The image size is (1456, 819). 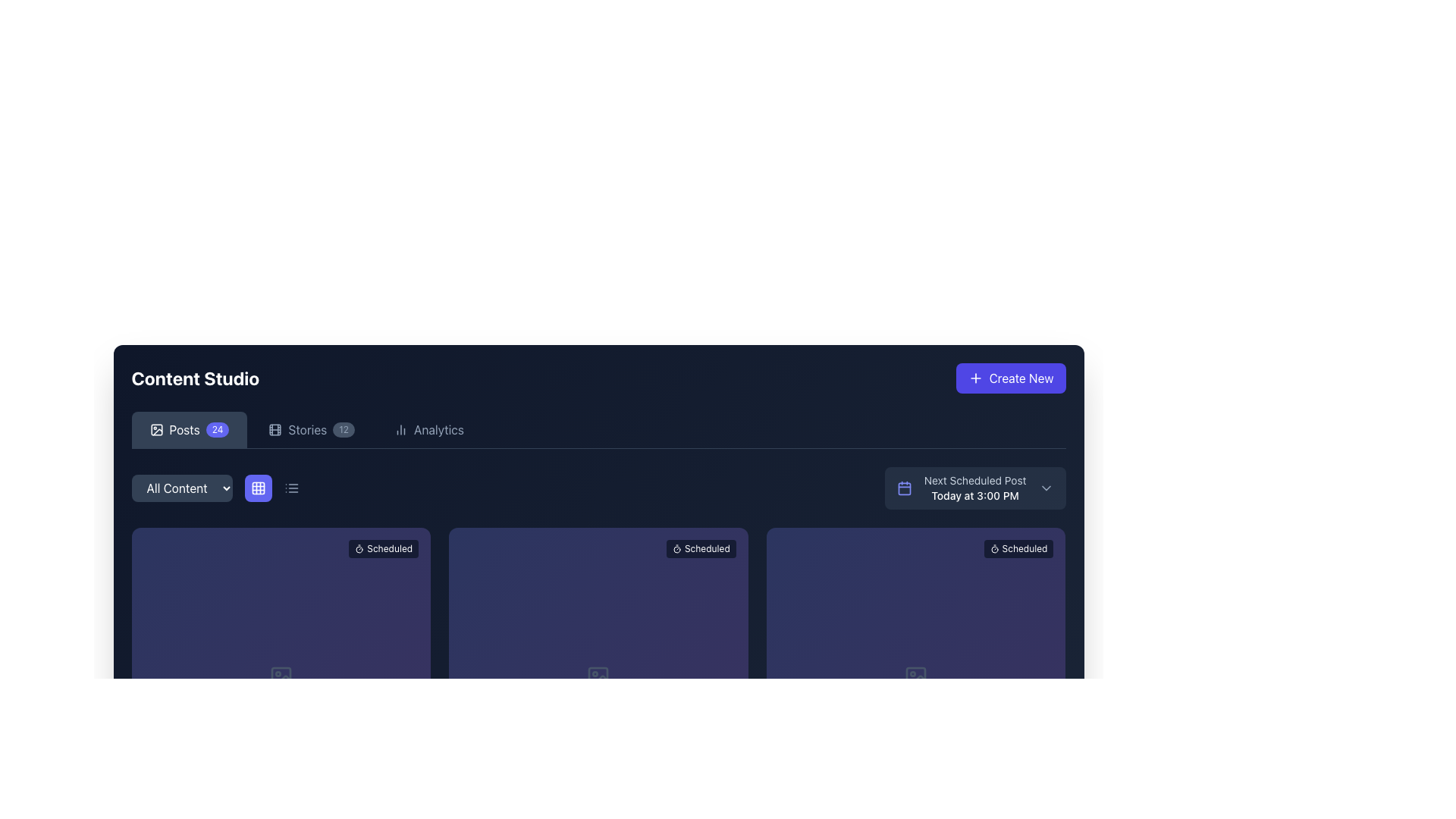 What do you see at coordinates (275, 430) in the screenshot?
I see `the film icon within the 'Stories' button on the top navigation bar, which is represented as a small SVG graphic resembling a film strip` at bounding box center [275, 430].